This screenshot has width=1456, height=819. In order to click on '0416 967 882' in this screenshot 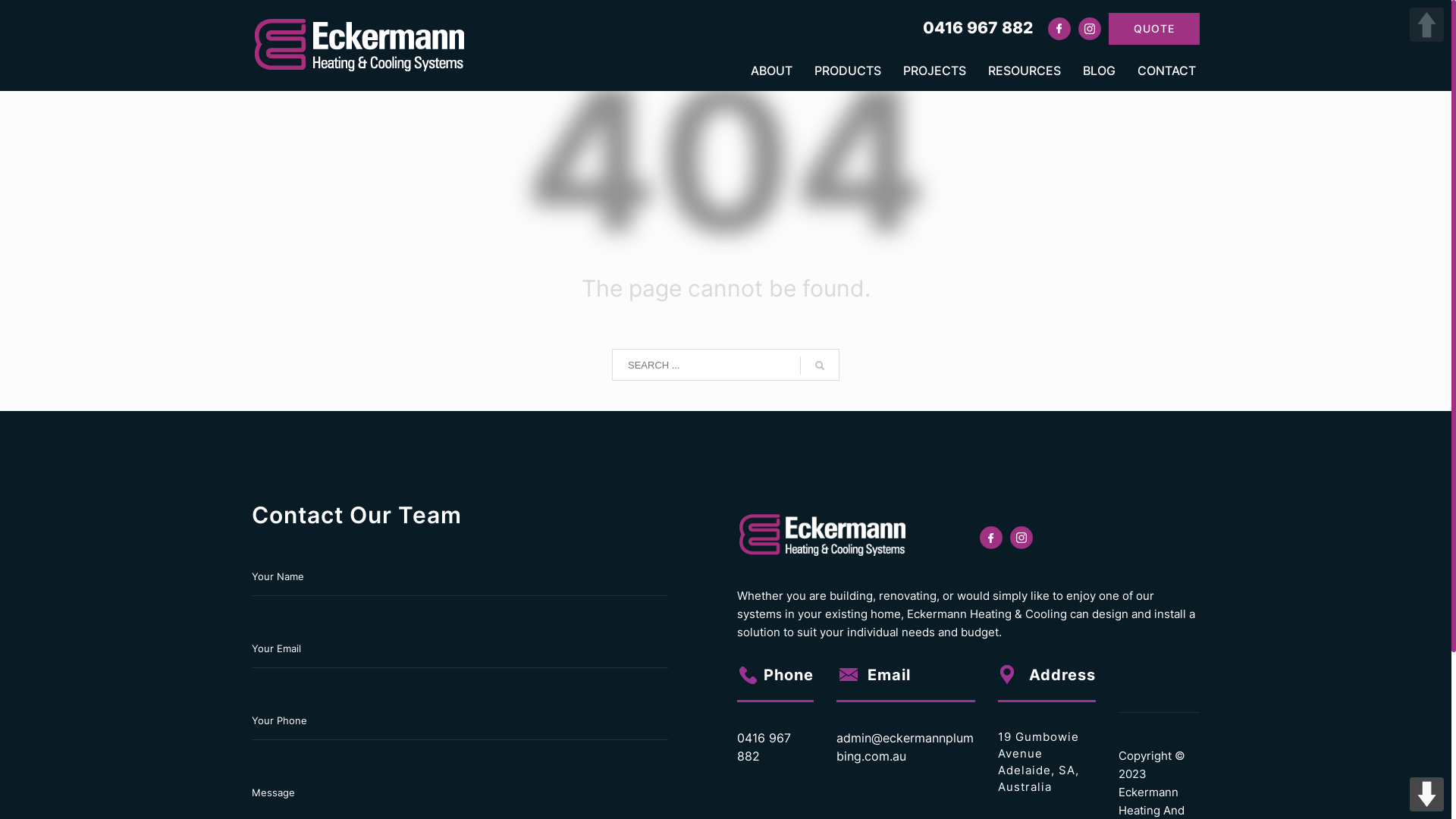, I will do `click(922, 27)`.